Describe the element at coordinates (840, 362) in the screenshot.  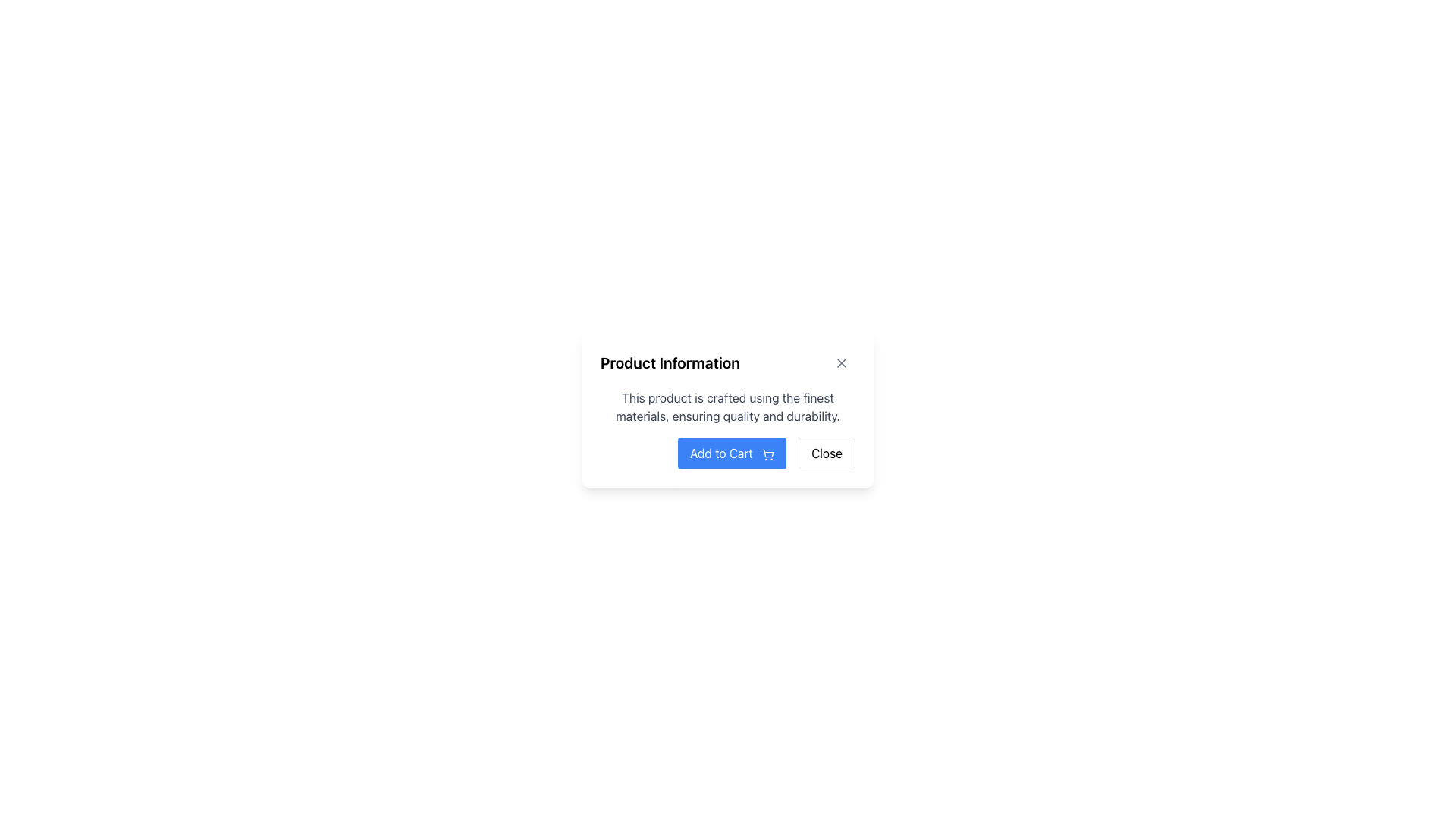
I see `the close icon located at the top-right corner of the 'Product Information' modal dialog, which visually represents the close action for the modal` at that location.